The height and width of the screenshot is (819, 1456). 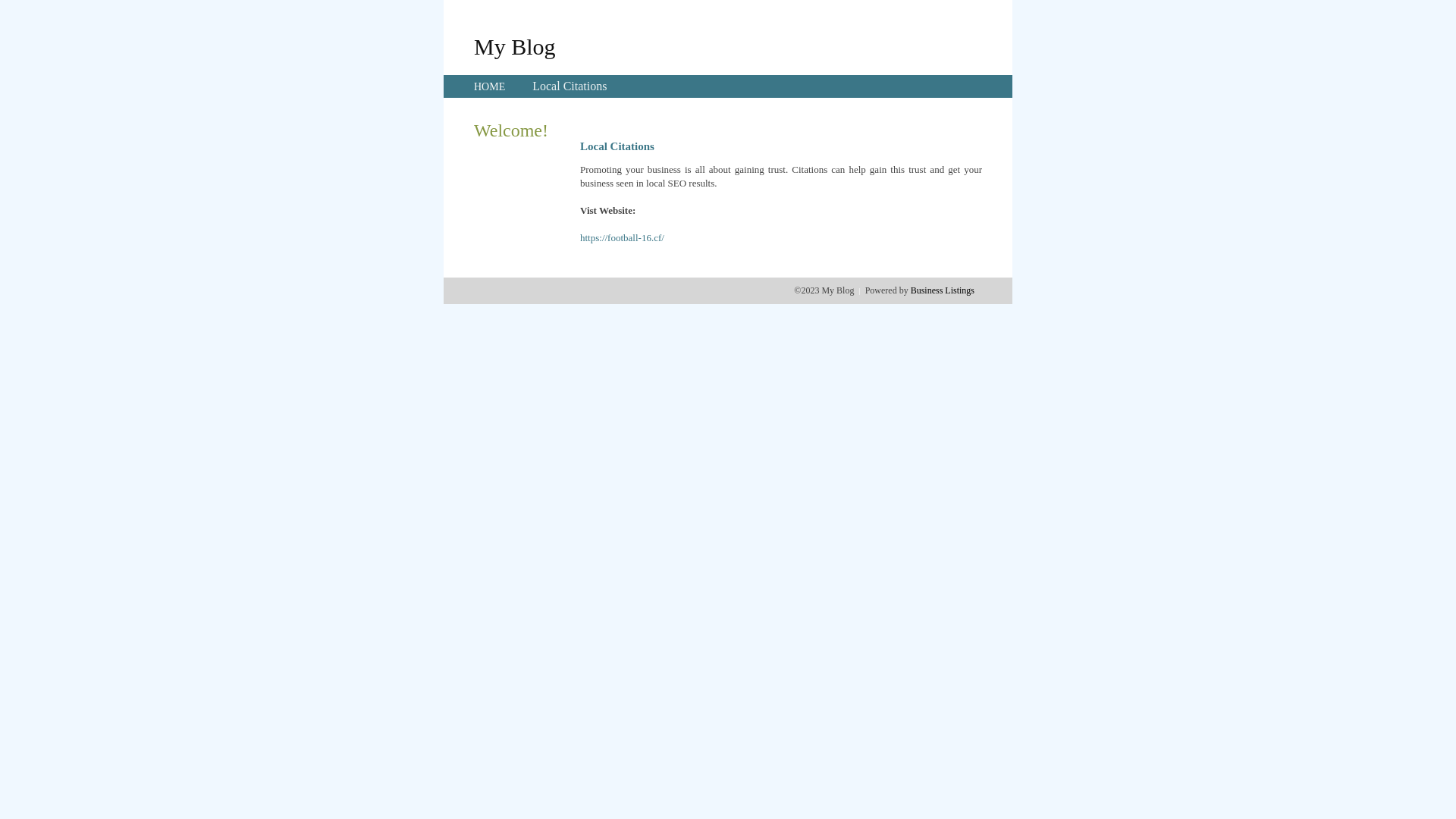 What do you see at coordinates (942, 290) in the screenshot?
I see `'Business Listings'` at bounding box center [942, 290].